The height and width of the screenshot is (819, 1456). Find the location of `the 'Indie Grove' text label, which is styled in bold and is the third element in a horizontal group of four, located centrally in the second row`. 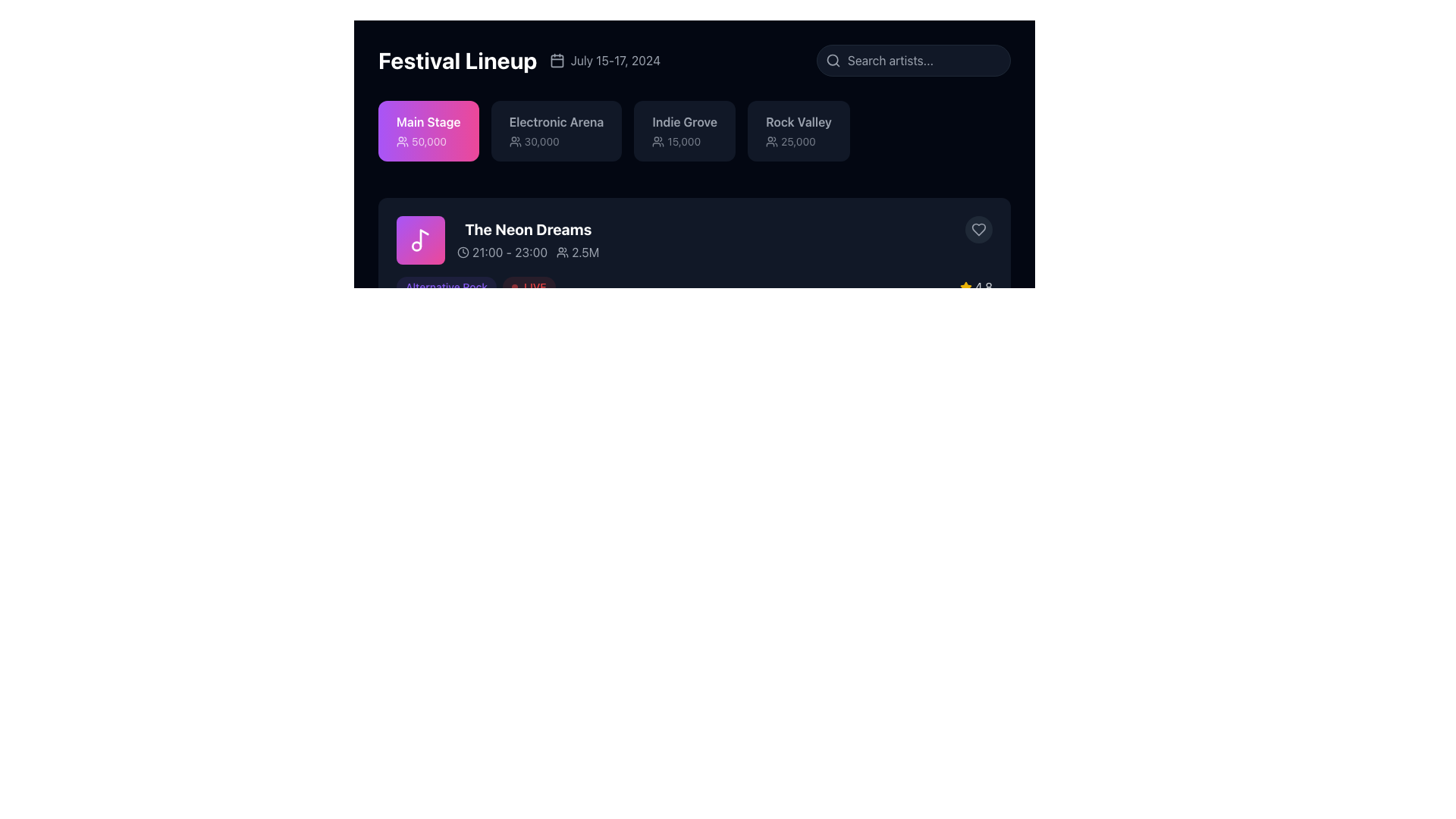

the 'Indie Grove' text label, which is styled in bold and is the third element in a horizontal group of four, located centrally in the second row is located at coordinates (684, 121).